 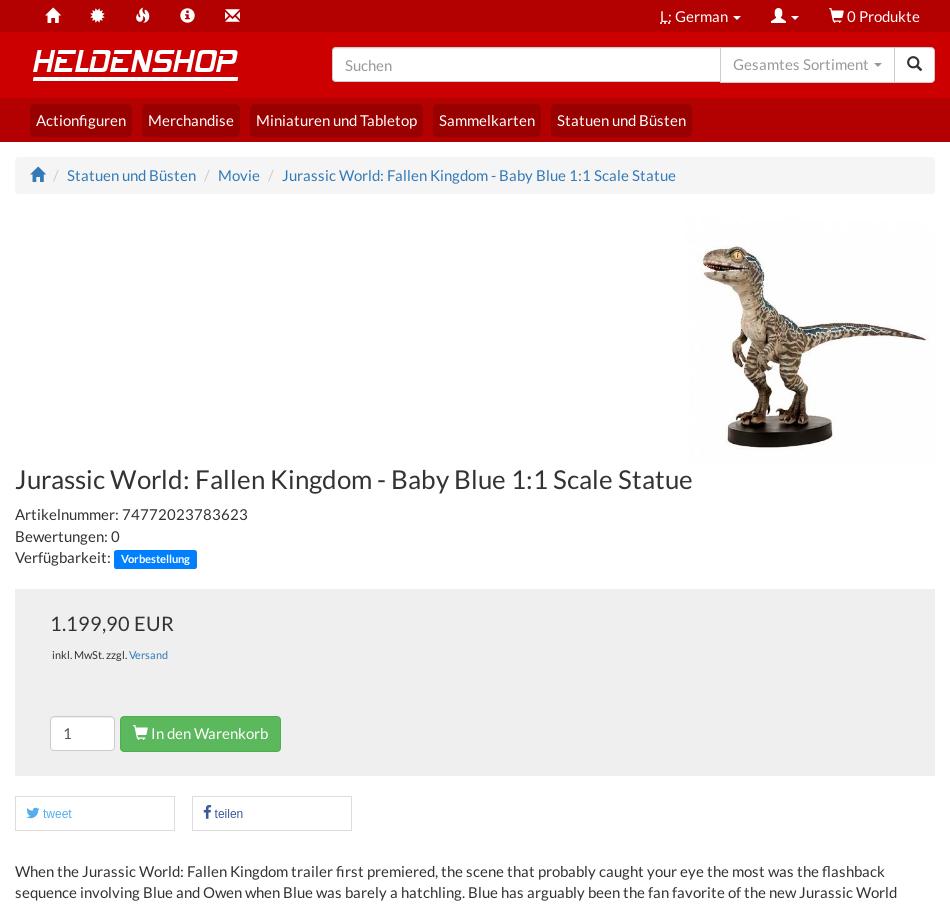 I want to click on 'tweet', so click(x=43, y=813).